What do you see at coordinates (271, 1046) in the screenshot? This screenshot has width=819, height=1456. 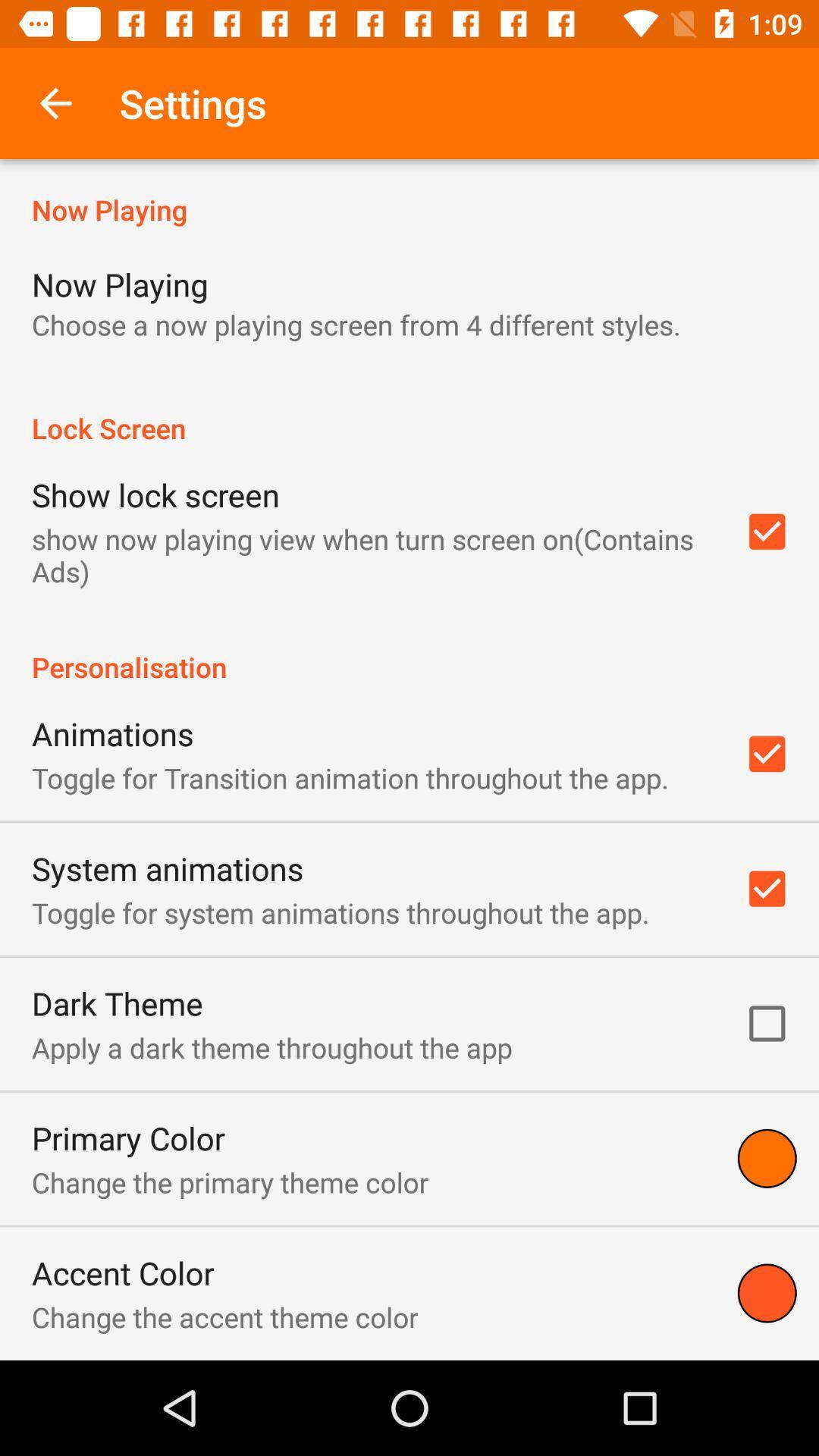 I see `the apply a dark` at bounding box center [271, 1046].